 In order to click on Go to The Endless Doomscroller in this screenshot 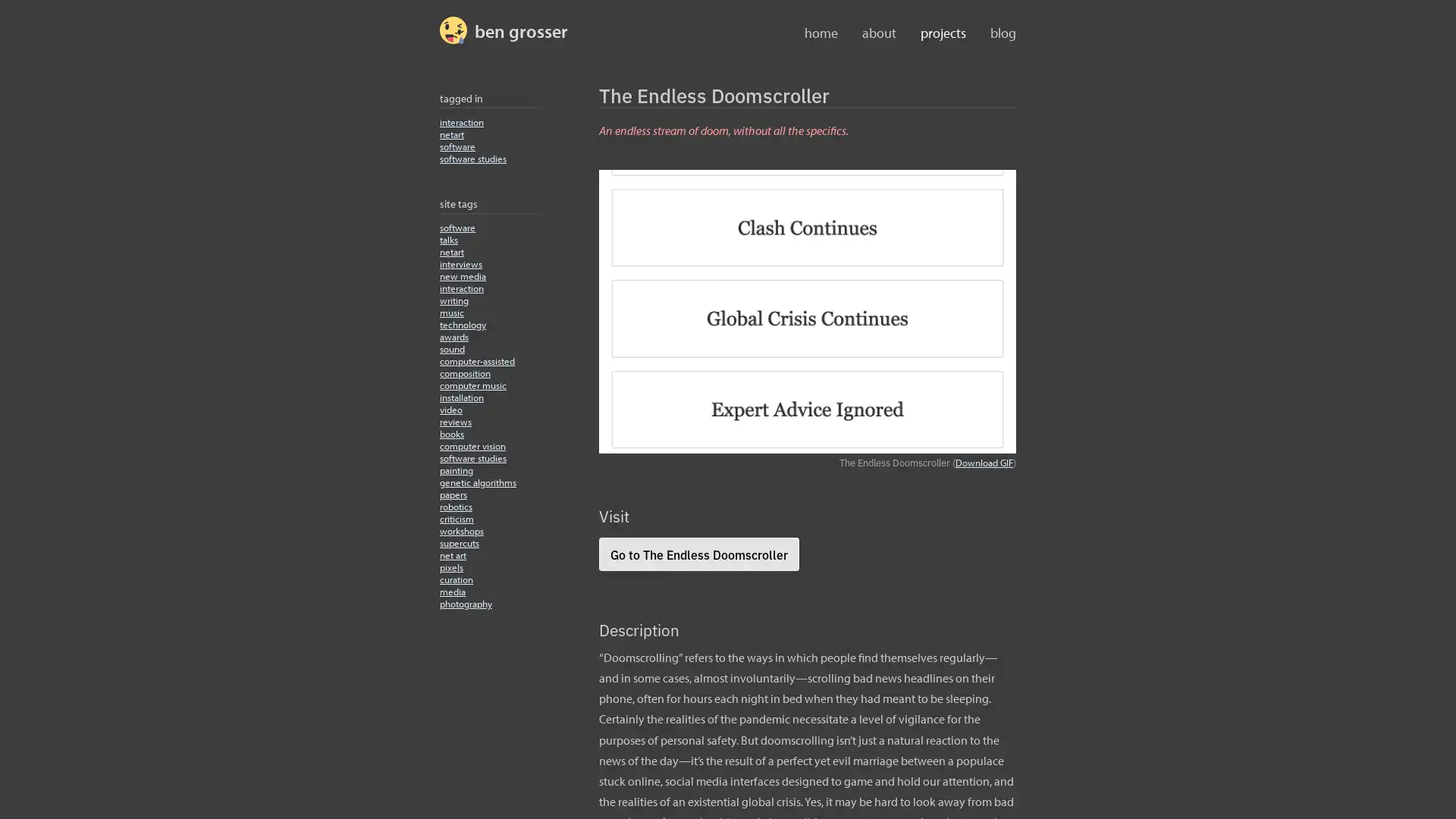, I will do `click(698, 553)`.